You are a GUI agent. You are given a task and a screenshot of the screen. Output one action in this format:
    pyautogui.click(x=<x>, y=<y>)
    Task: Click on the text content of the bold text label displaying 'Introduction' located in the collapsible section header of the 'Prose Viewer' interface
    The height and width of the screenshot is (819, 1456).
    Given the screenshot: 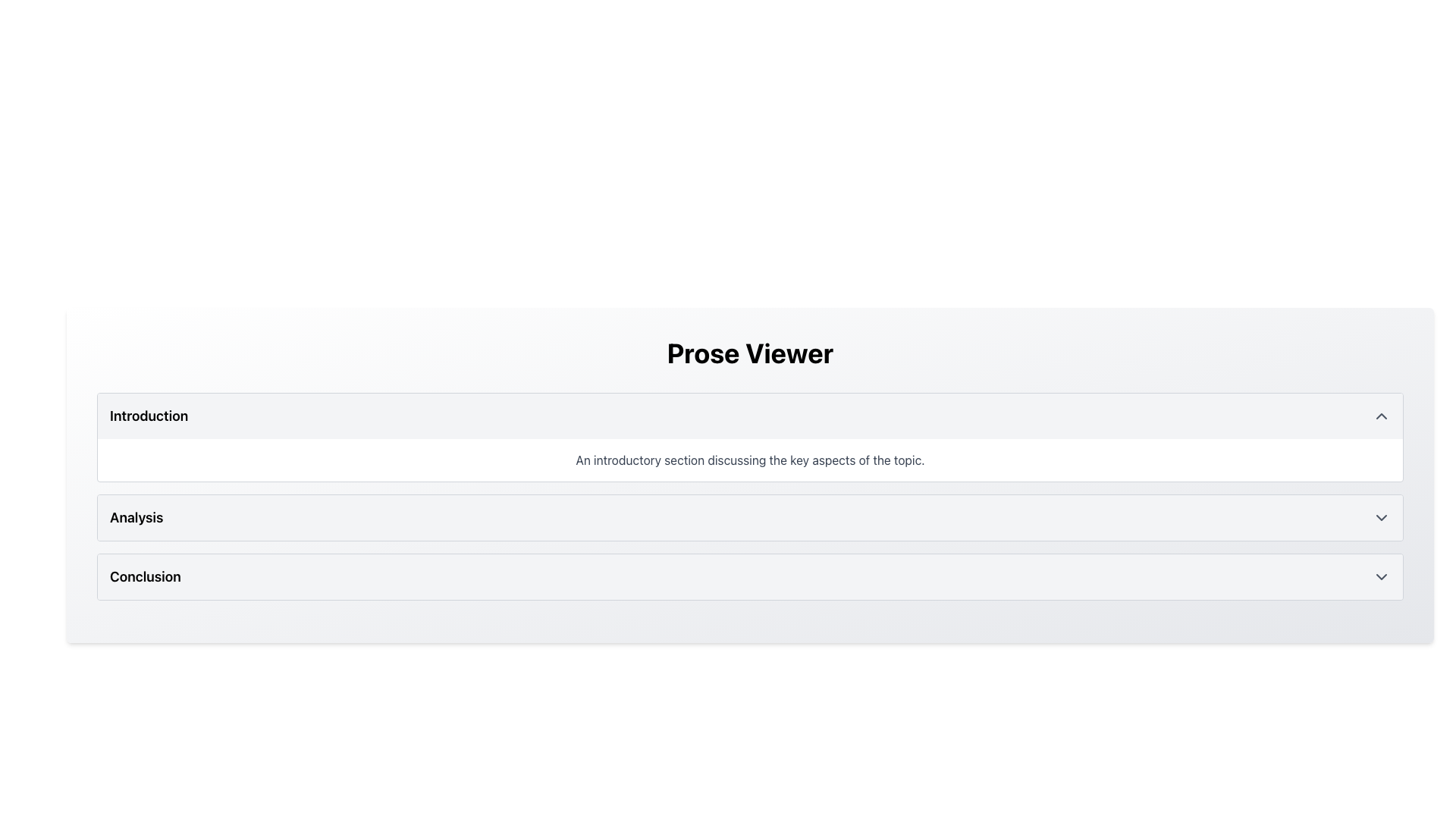 What is the action you would take?
    pyautogui.click(x=149, y=416)
    